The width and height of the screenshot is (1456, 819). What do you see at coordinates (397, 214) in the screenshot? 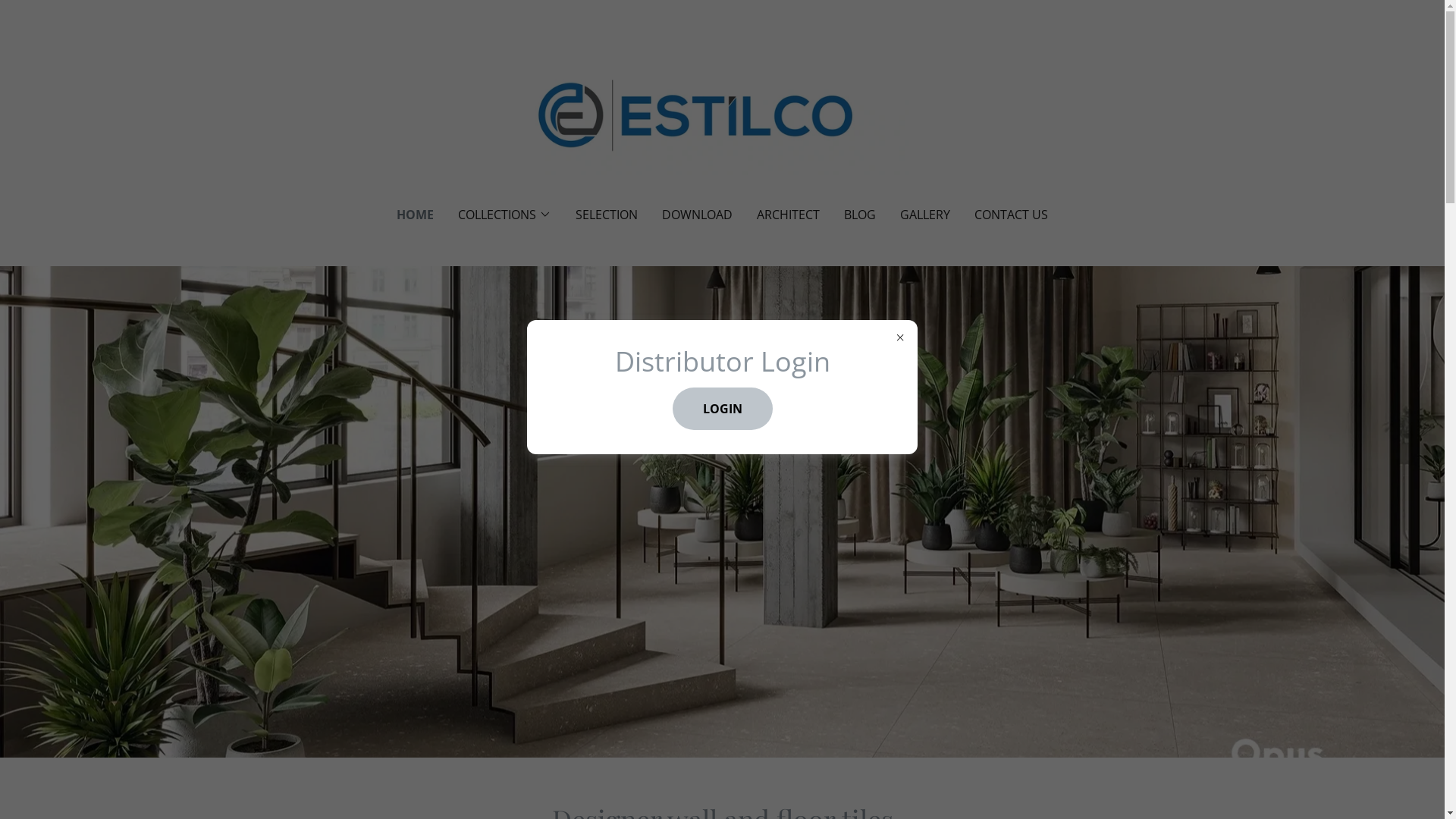
I see `'HOME'` at bounding box center [397, 214].